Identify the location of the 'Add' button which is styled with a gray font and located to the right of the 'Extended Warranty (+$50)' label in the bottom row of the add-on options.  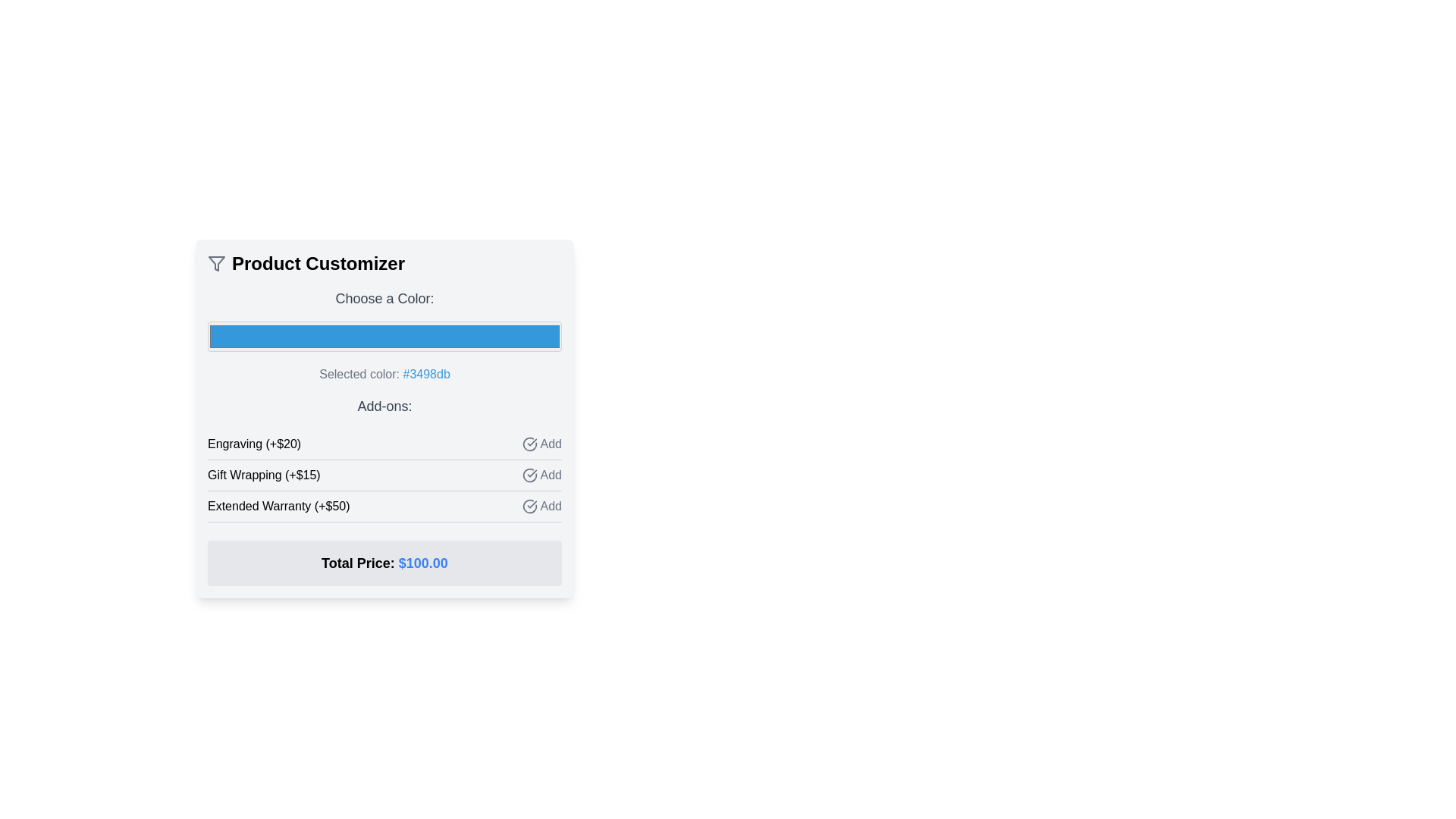
(541, 506).